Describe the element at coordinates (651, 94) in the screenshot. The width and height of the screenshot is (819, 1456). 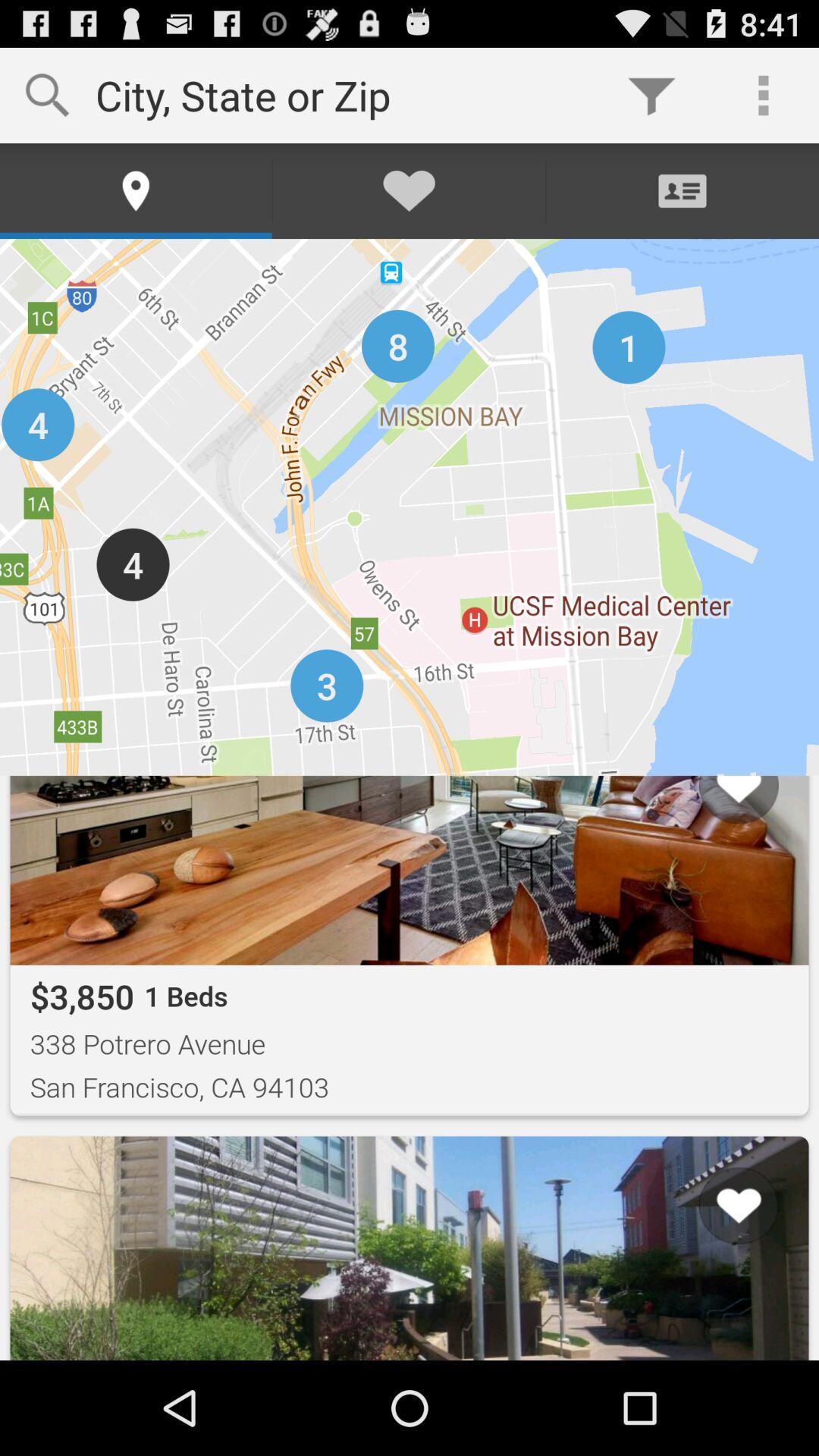
I see `the app to the right of city state or icon` at that location.